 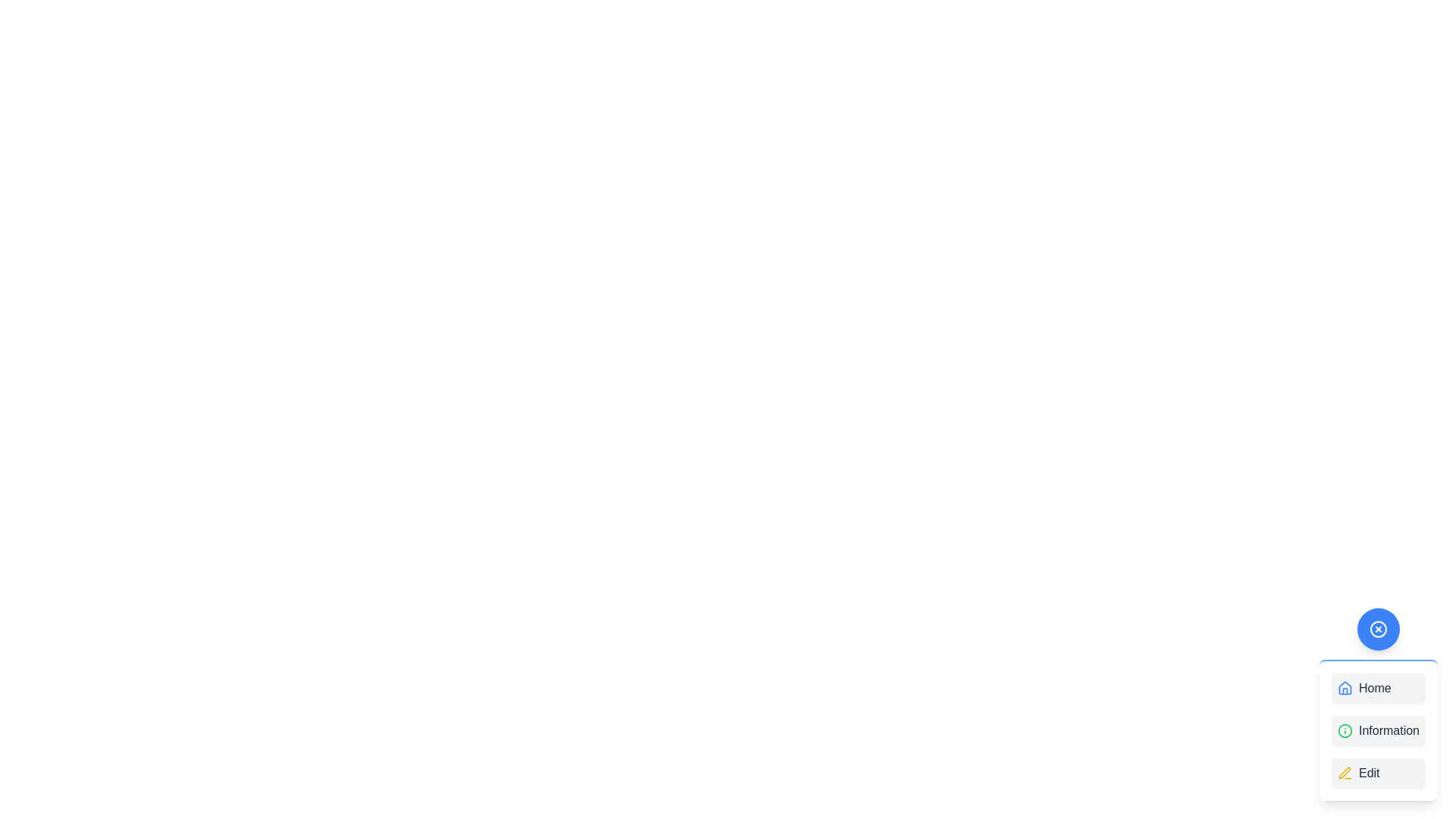 What do you see at coordinates (1379, 773) in the screenshot?
I see `the edit button` at bounding box center [1379, 773].